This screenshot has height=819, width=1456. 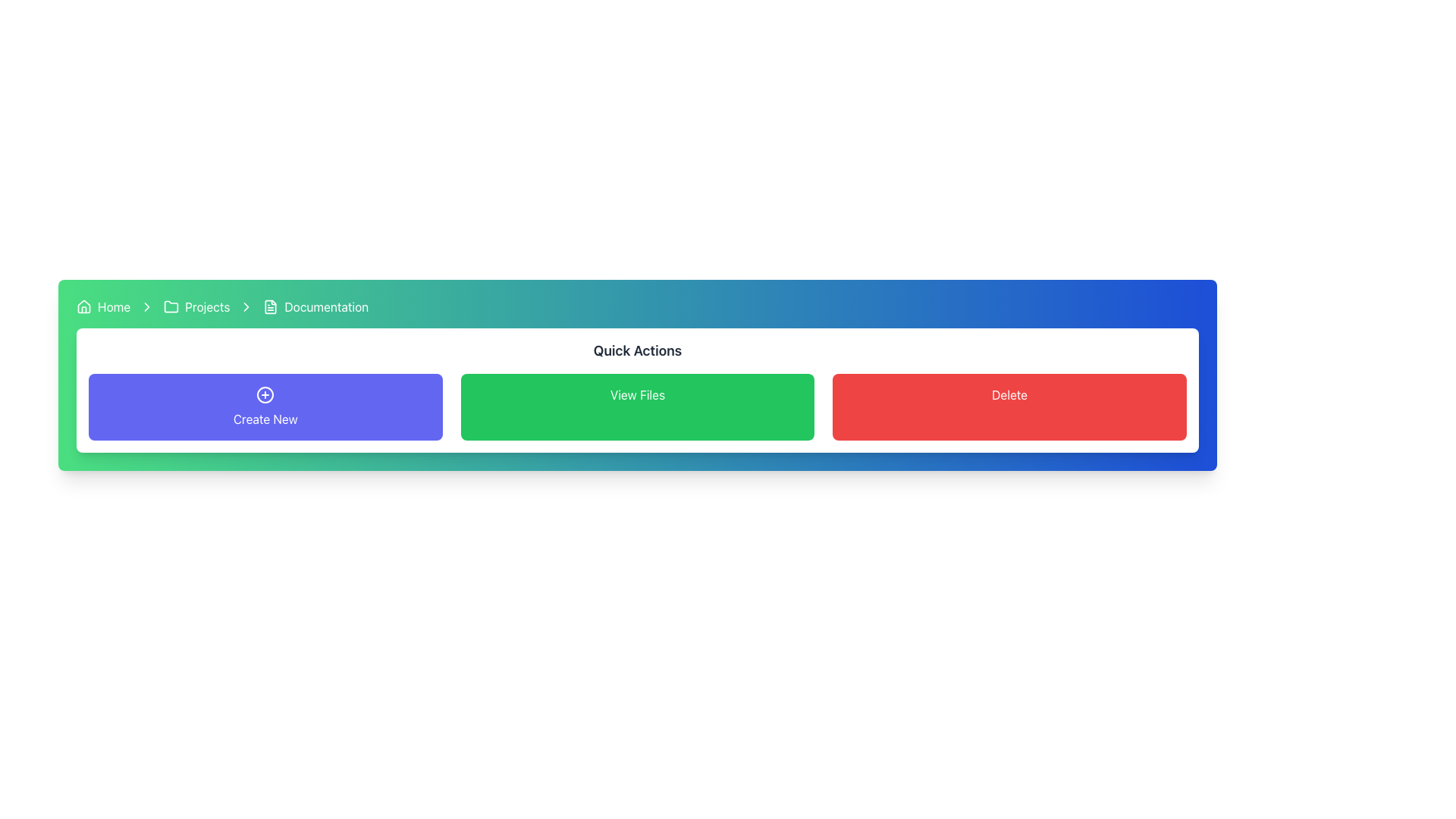 What do you see at coordinates (246, 307) in the screenshot?
I see `the right-facing chevron icon in the breadcrumb navigation bar, which is outlined in white and positioned between 'Projects' and 'Documentation'` at bounding box center [246, 307].